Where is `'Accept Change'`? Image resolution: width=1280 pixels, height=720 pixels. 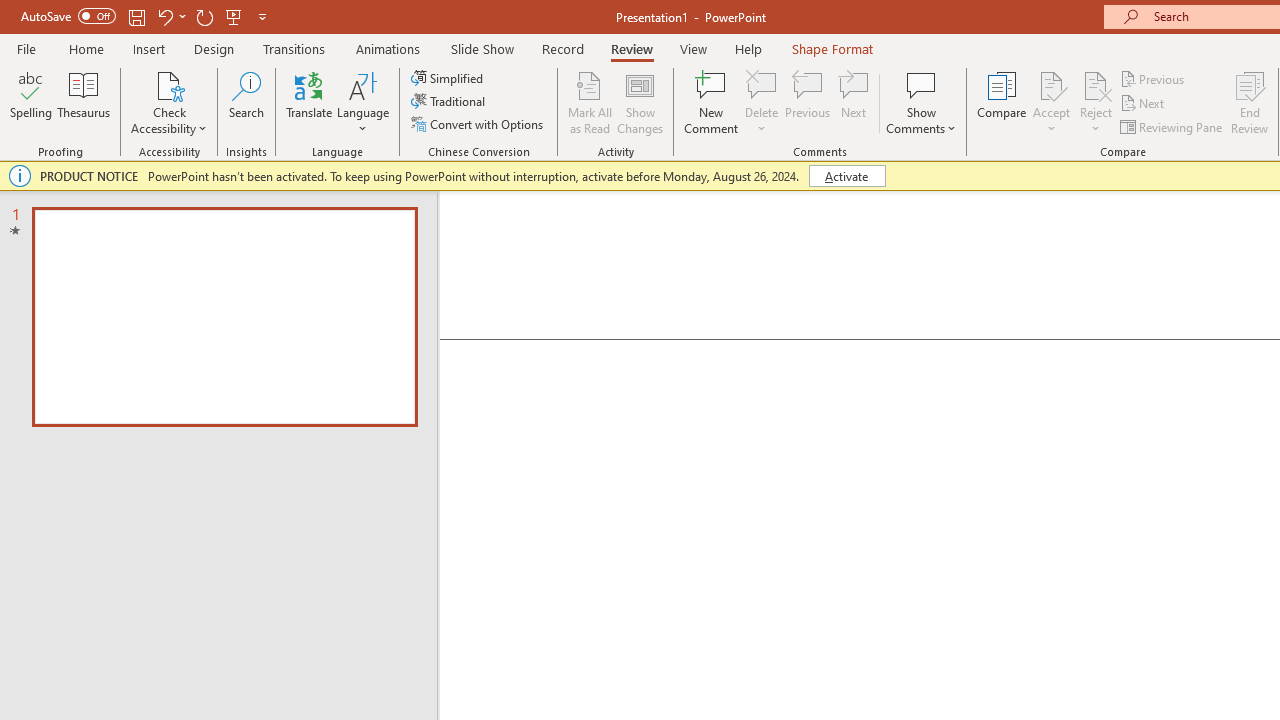
'Accept Change' is located at coordinates (1050, 84).